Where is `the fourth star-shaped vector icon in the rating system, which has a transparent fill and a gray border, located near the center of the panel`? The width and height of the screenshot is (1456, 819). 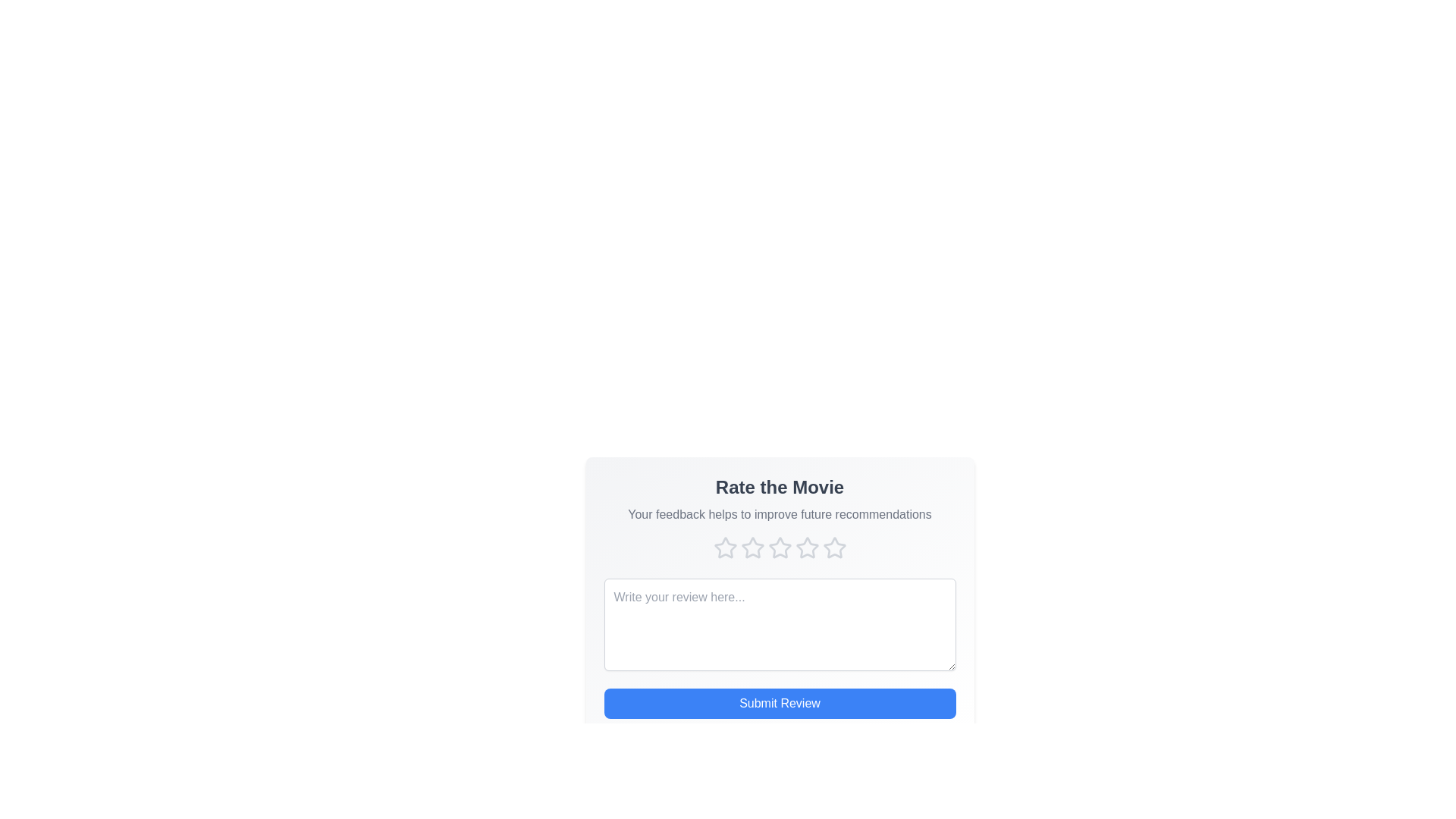
the fourth star-shaped vector icon in the rating system, which has a transparent fill and a gray border, located near the center of the panel is located at coordinates (806, 548).